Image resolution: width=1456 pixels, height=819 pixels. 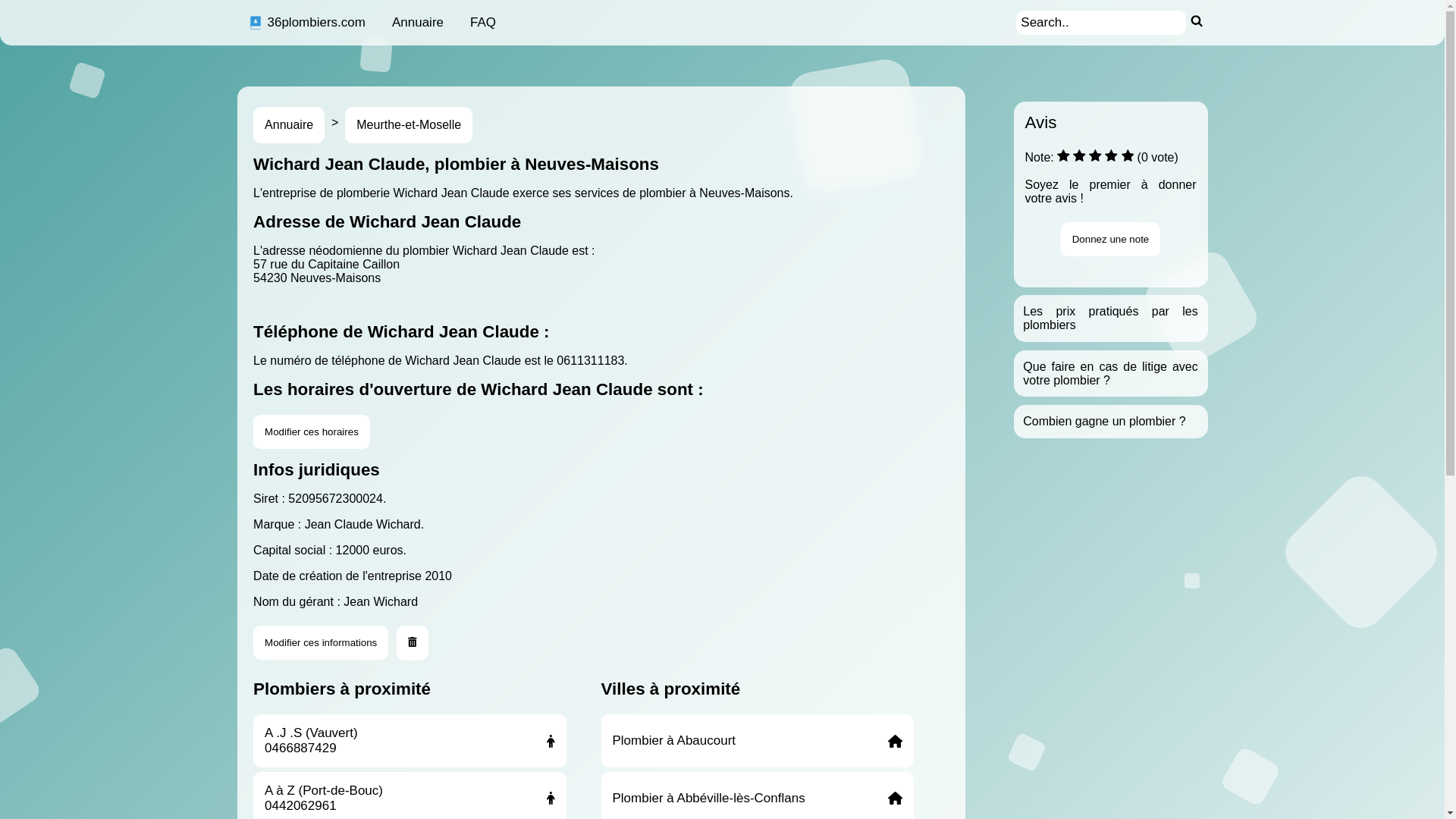 What do you see at coordinates (589, 360) in the screenshot?
I see `'0611311183'` at bounding box center [589, 360].